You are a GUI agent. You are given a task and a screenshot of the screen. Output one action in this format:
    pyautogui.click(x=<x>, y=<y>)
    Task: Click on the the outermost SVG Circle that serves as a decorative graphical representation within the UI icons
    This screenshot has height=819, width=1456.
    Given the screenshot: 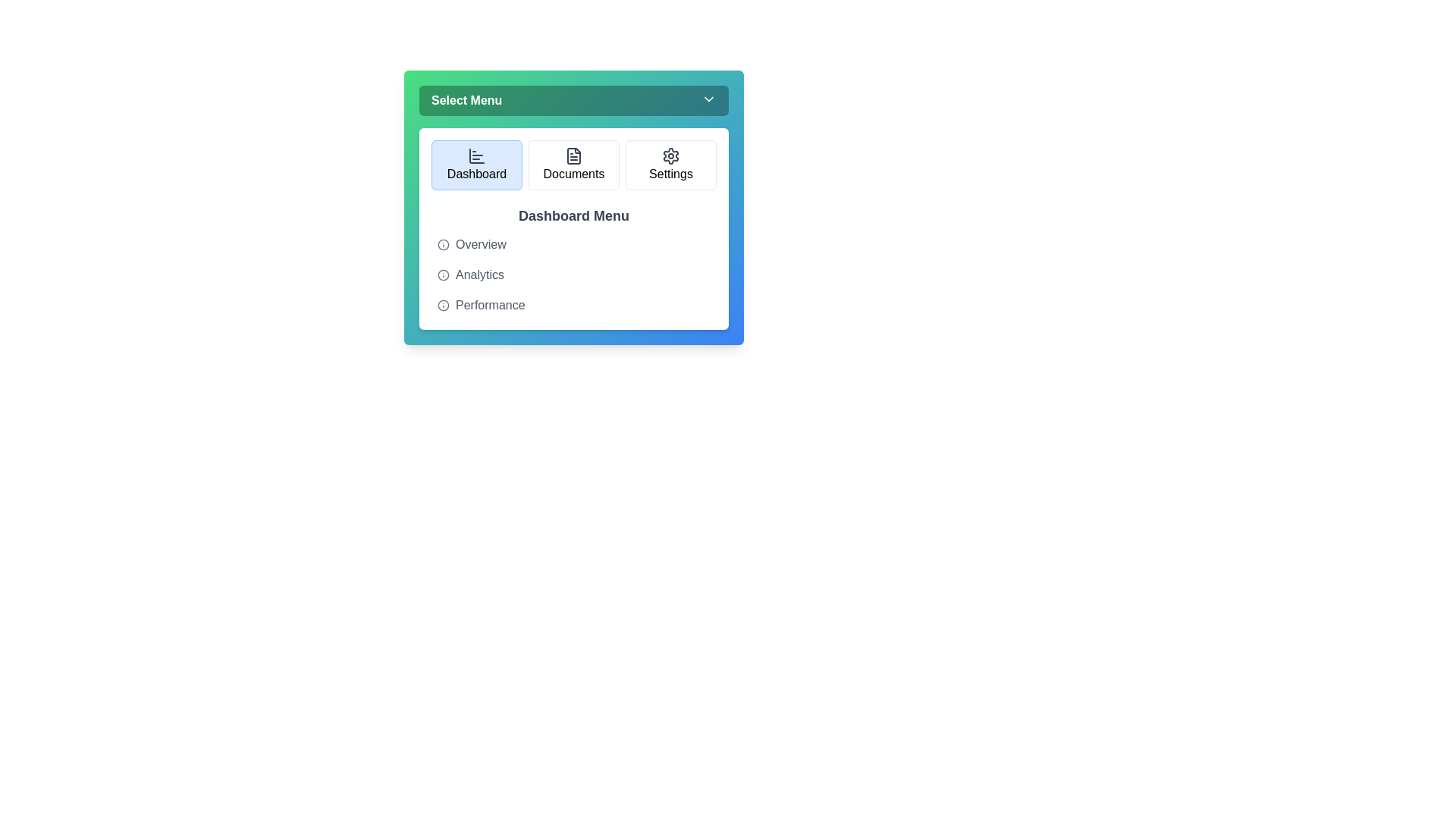 What is the action you would take?
    pyautogui.click(x=443, y=244)
    